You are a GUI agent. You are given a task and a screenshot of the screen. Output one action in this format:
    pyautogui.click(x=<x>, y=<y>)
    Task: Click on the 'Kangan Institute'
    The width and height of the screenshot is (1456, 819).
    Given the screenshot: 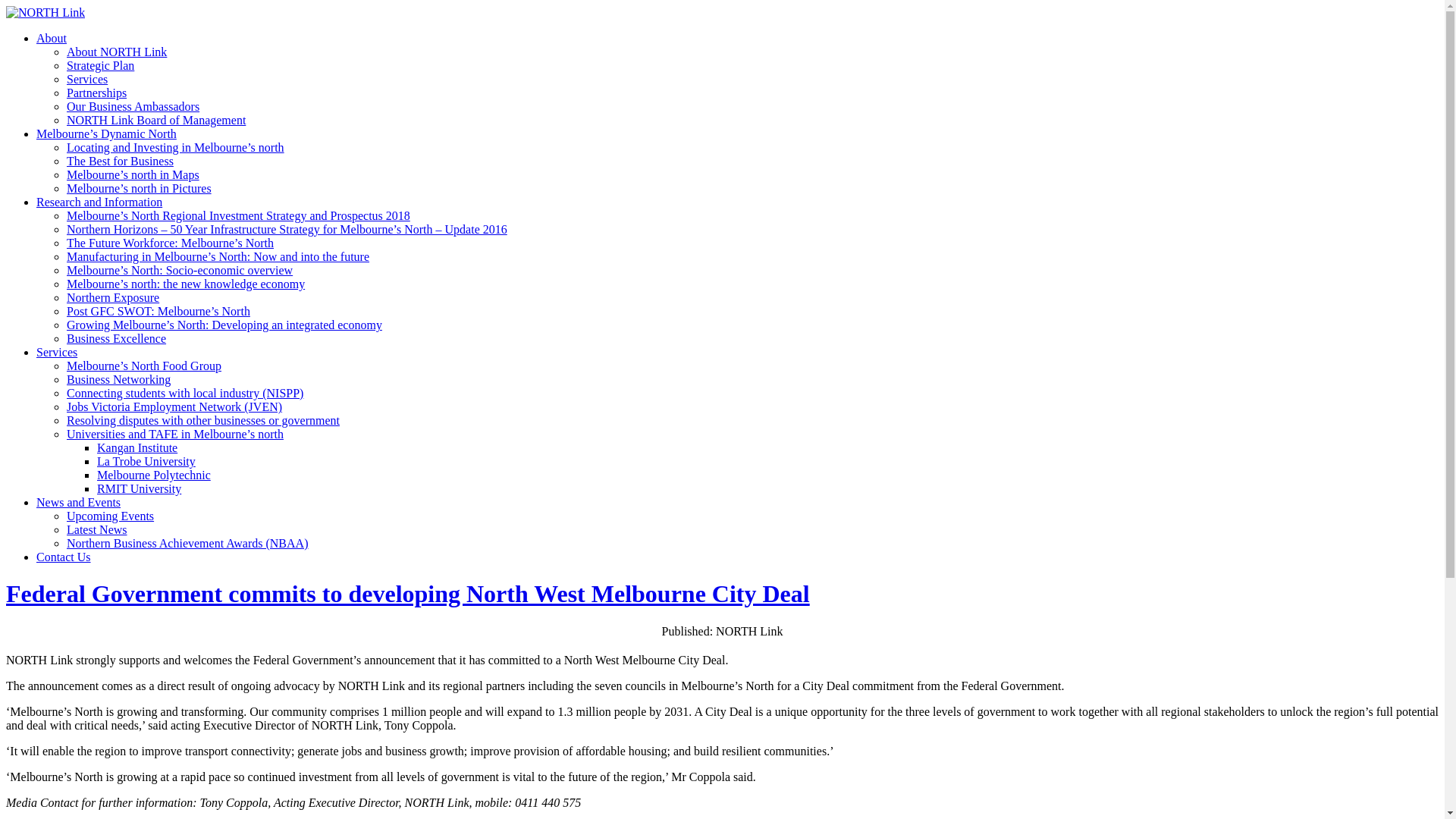 What is the action you would take?
    pyautogui.click(x=137, y=447)
    